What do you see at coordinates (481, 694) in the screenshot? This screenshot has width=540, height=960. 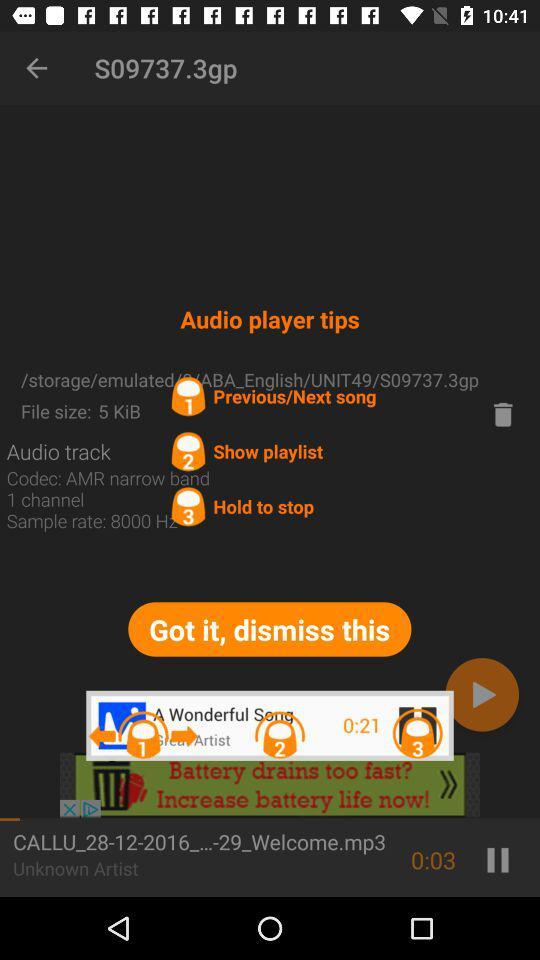 I see `the play icon` at bounding box center [481, 694].